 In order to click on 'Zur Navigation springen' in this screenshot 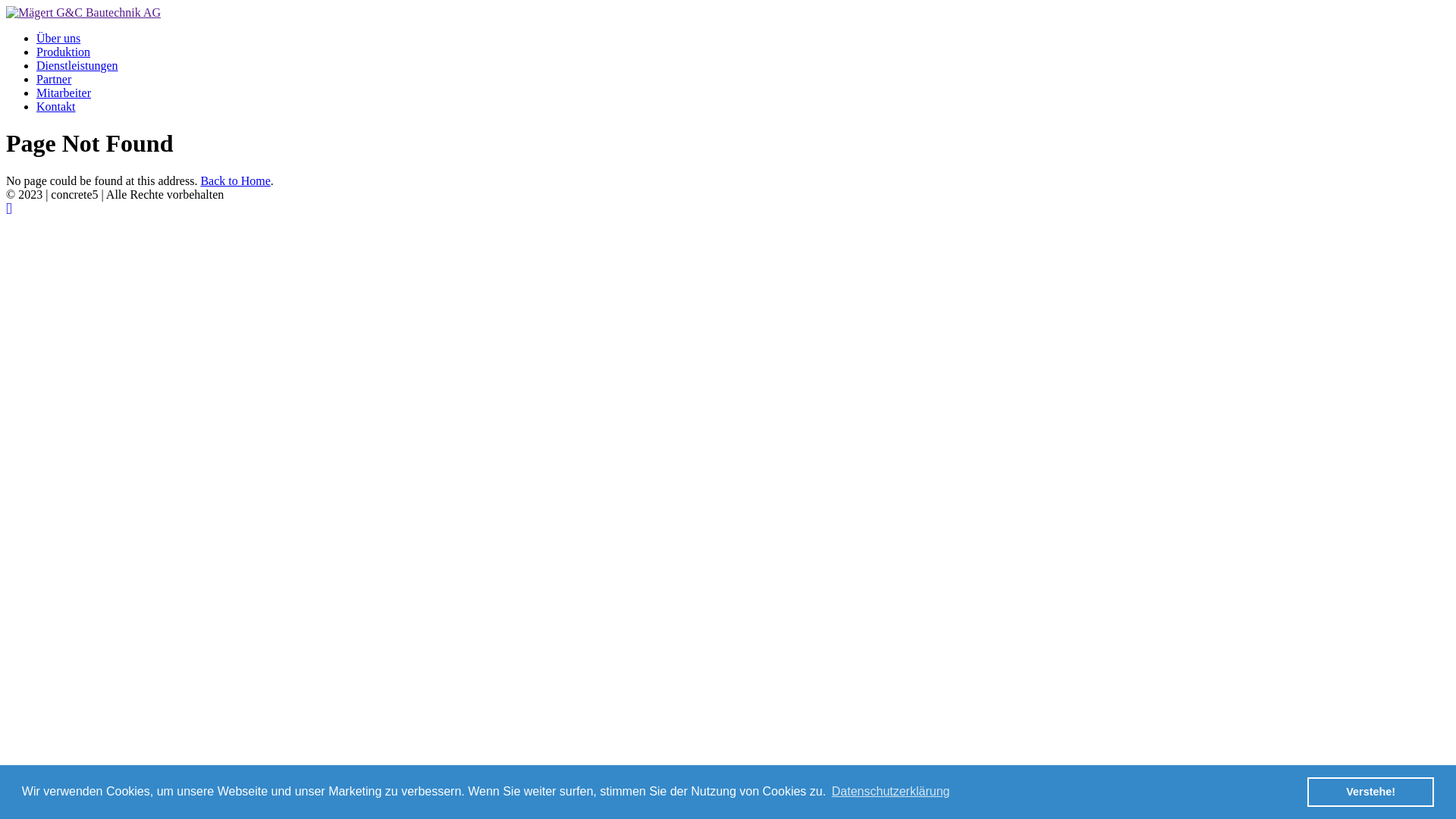, I will do `click(9, 208)`.